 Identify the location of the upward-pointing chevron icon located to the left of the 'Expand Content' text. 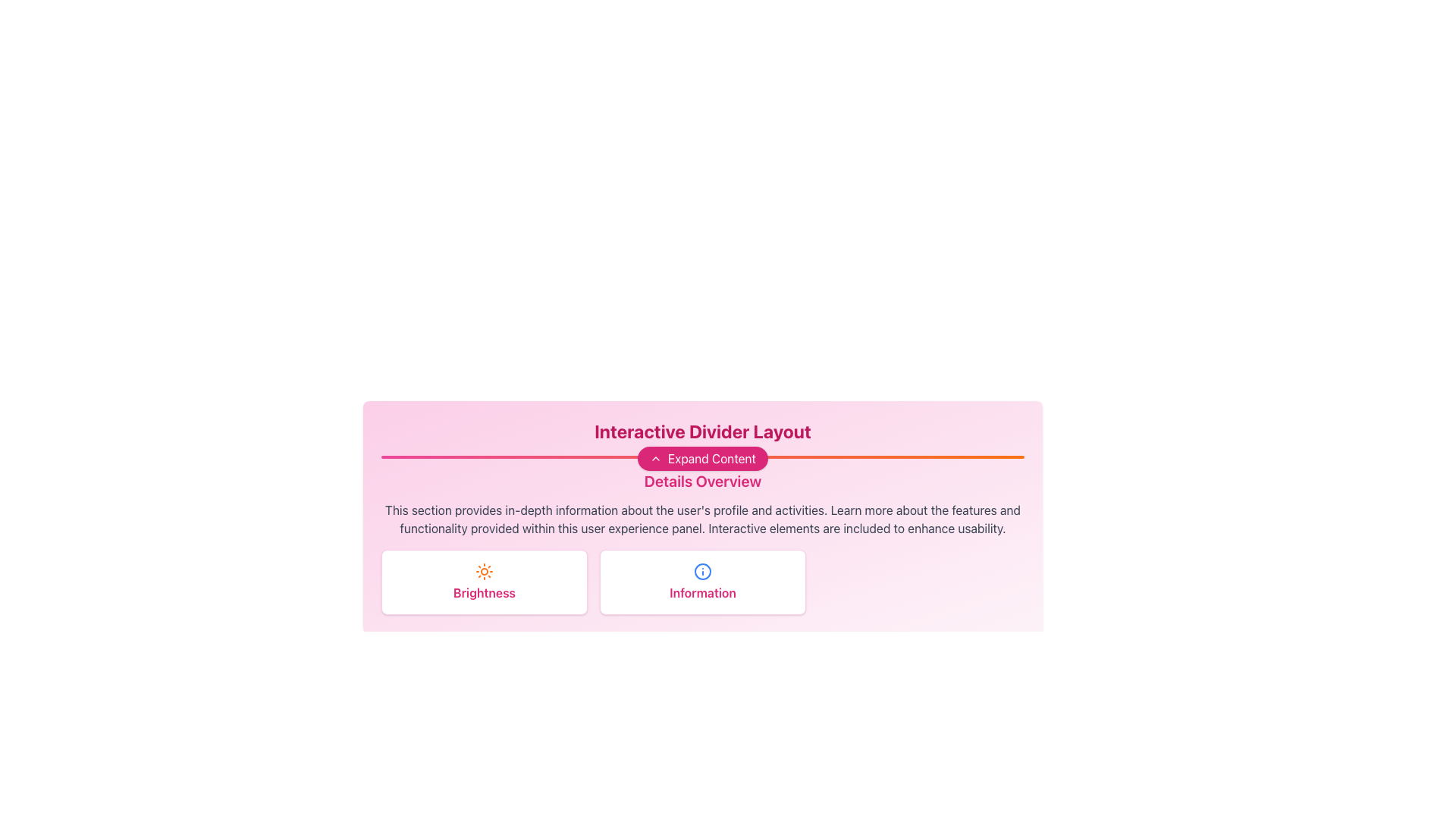
(655, 458).